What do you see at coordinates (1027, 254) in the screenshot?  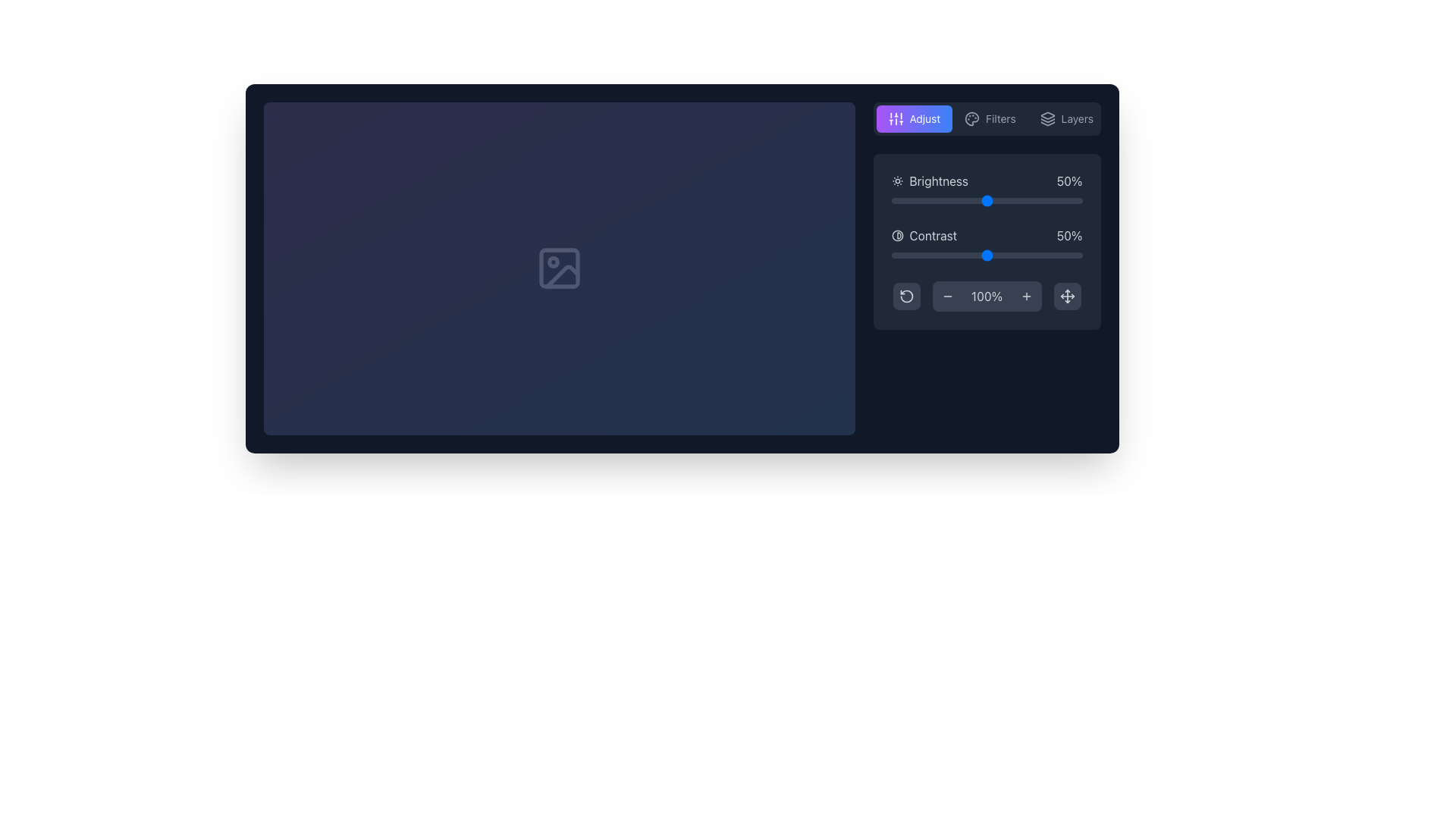 I see `the contrast` at bounding box center [1027, 254].